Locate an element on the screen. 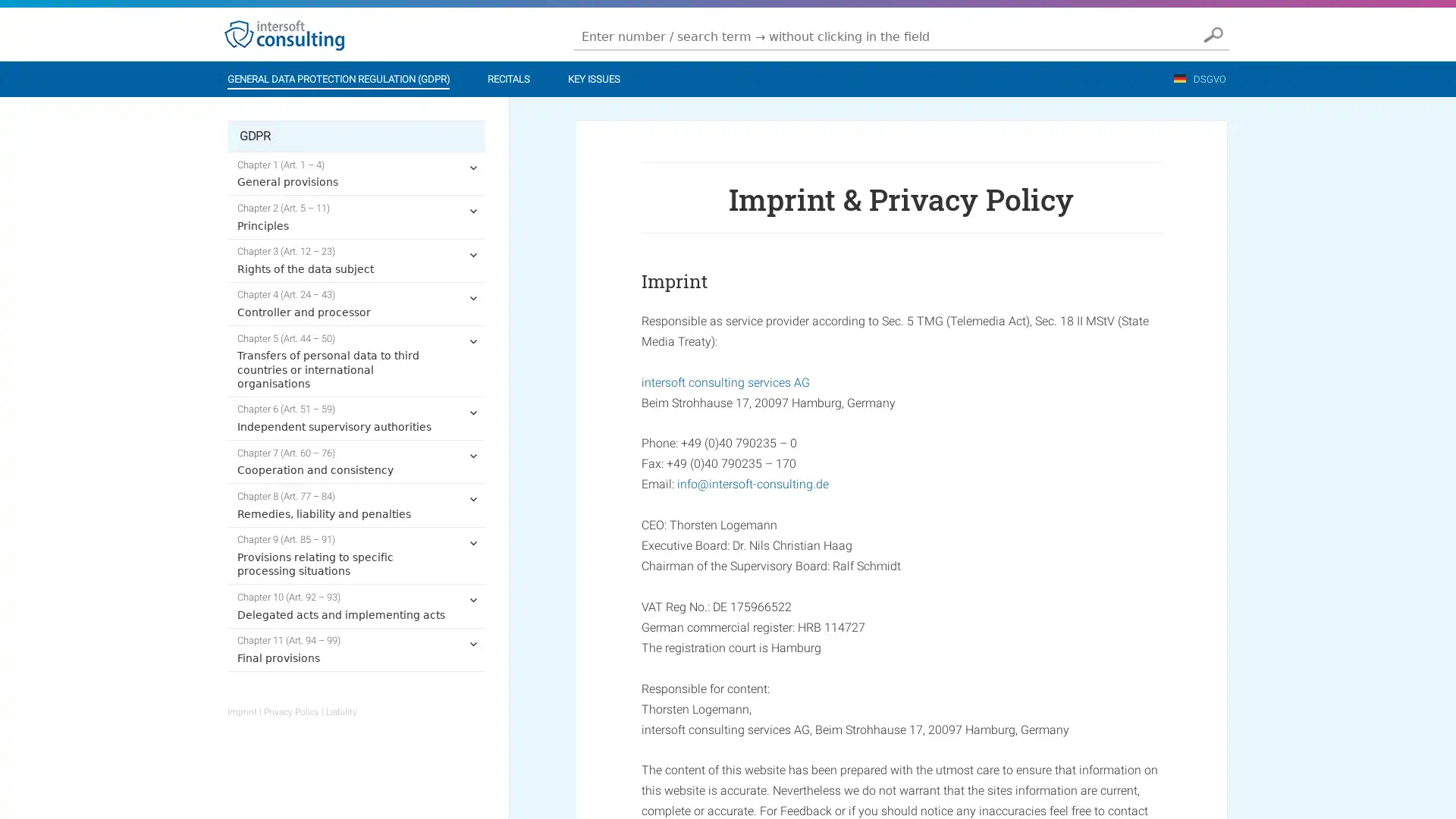  expand child menu is located at coordinates (472, 167).